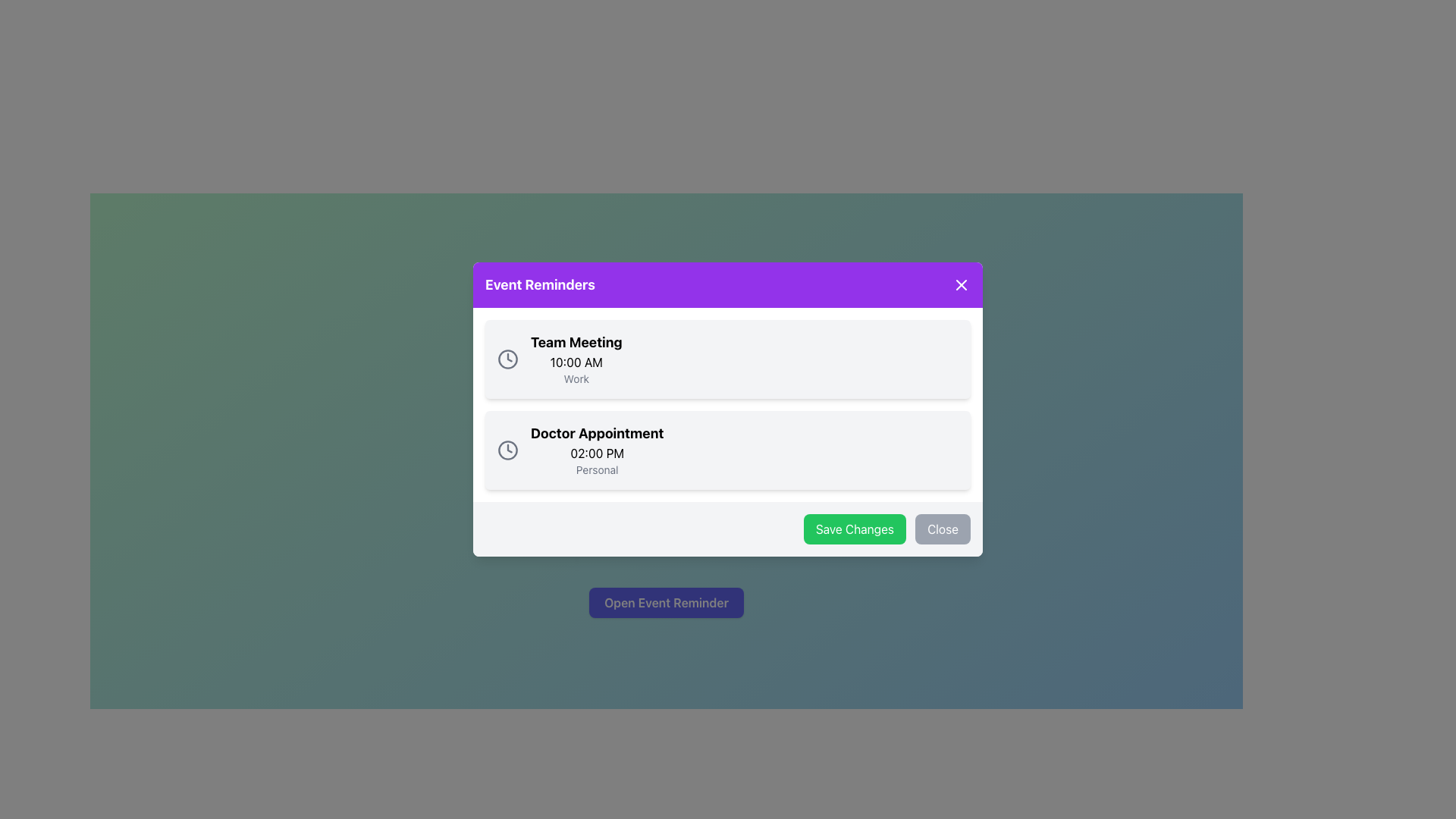  What do you see at coordinates (576, 362) in the screenshot?
I see `the time label displaying '10:00 AM' in the 'Event Reminders' modal, which is positioned below 'Team Meeting' and above 'Work'` at bounding box center [576, 362].